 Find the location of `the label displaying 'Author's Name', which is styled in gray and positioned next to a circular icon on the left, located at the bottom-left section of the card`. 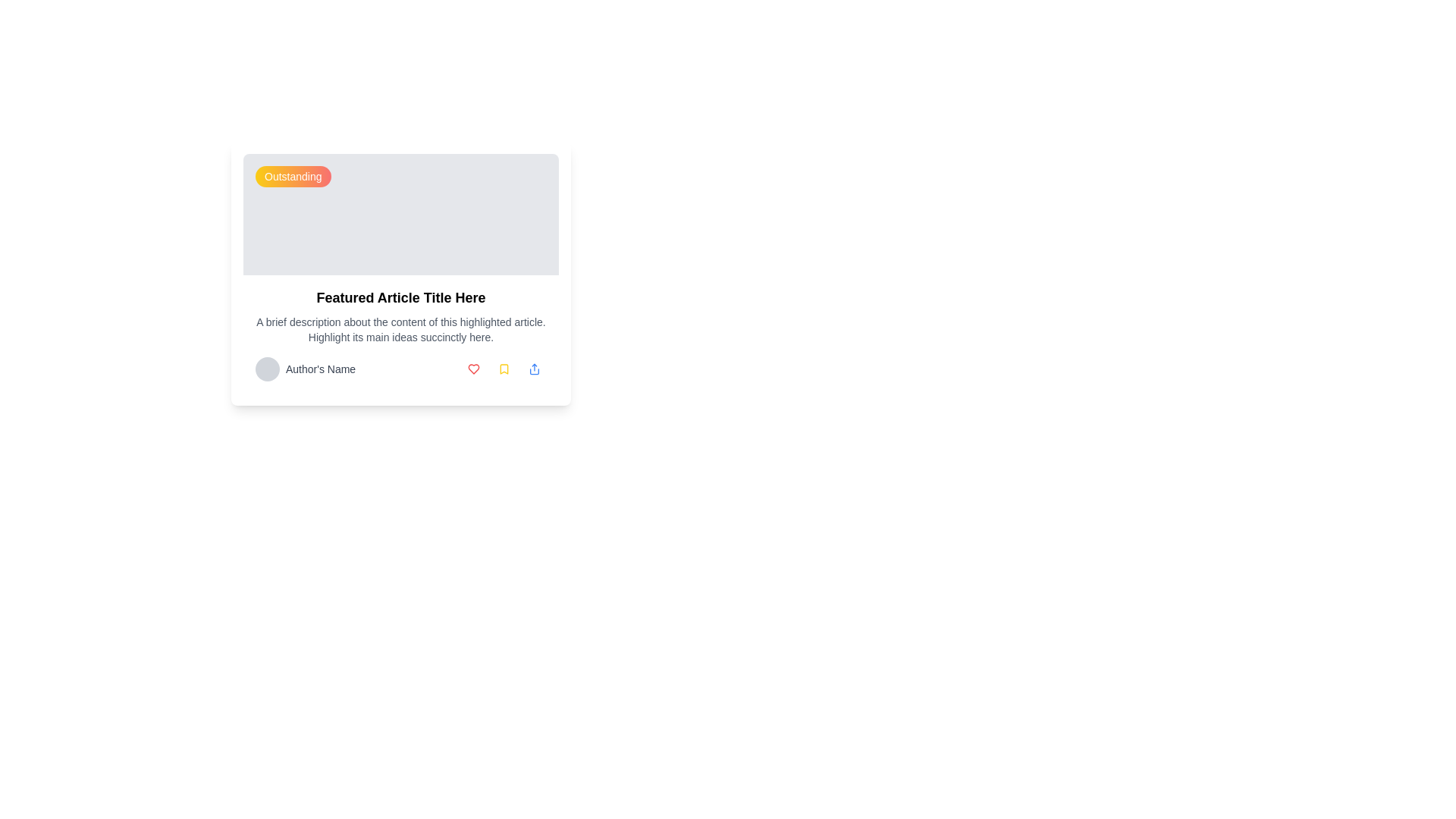

the label displaying 'Author's Name', which is styled in gray and positioned next to a circular icon on the left, located at the bottom-left section of the card is located at coordinates (320, 369).